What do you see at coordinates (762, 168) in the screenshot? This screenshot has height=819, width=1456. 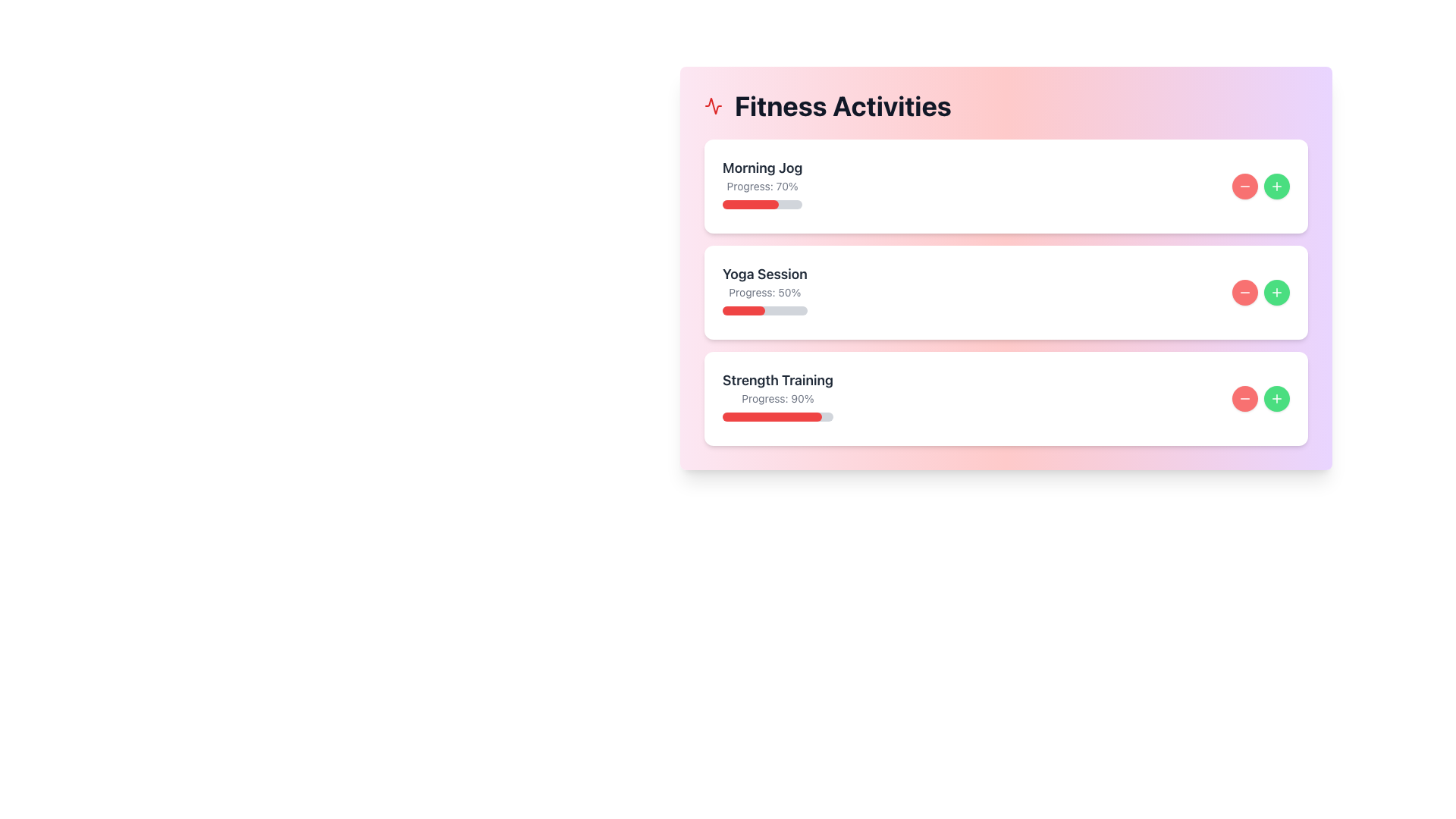 I see `text label displaying 'Morning Jog' which is styled in a large bold font and located at the top left of the card in the 'Fitness Activities' section` at bounding box center [762, 168].